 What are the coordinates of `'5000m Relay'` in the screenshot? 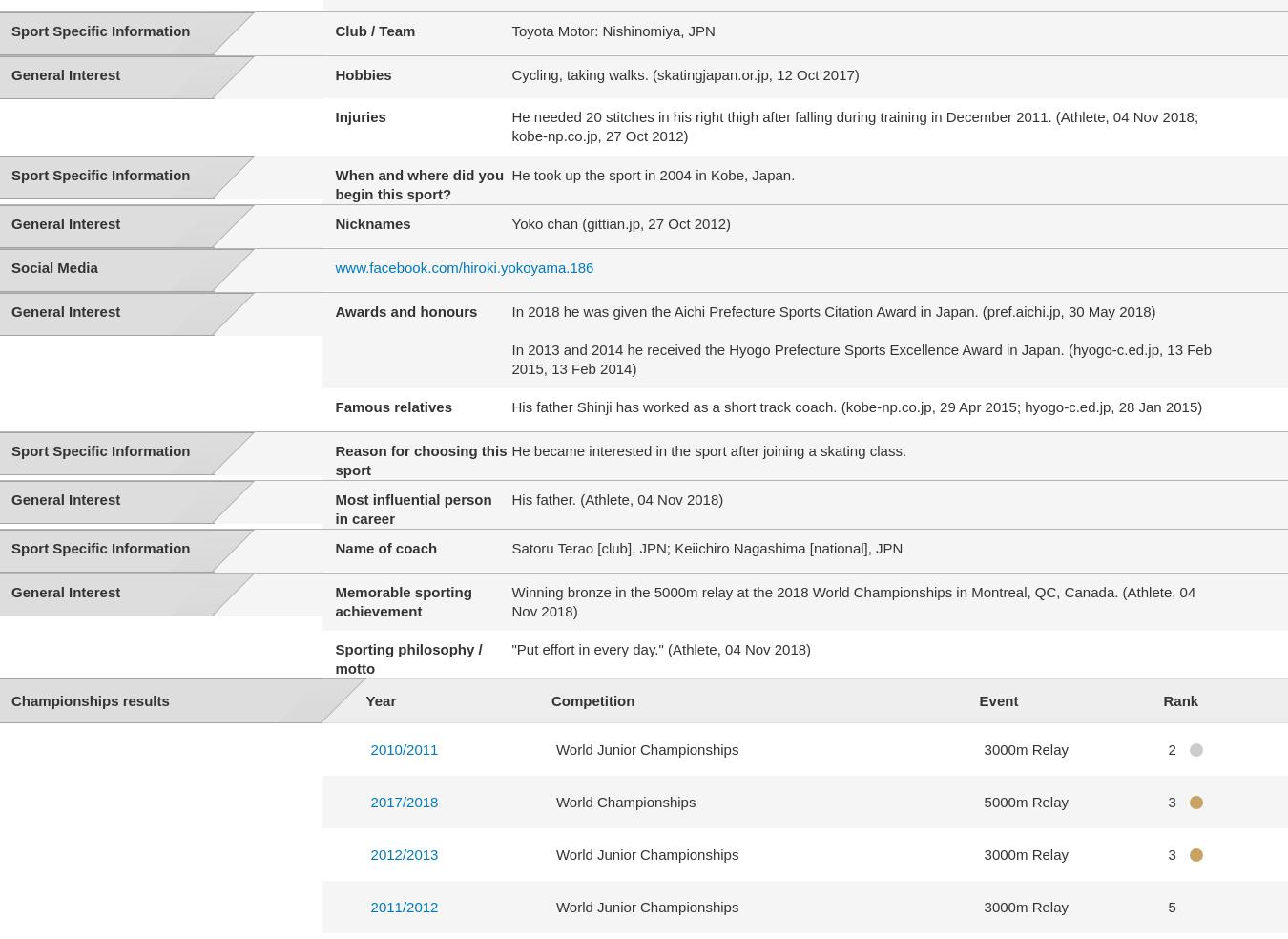 It's located at (1026, 800).